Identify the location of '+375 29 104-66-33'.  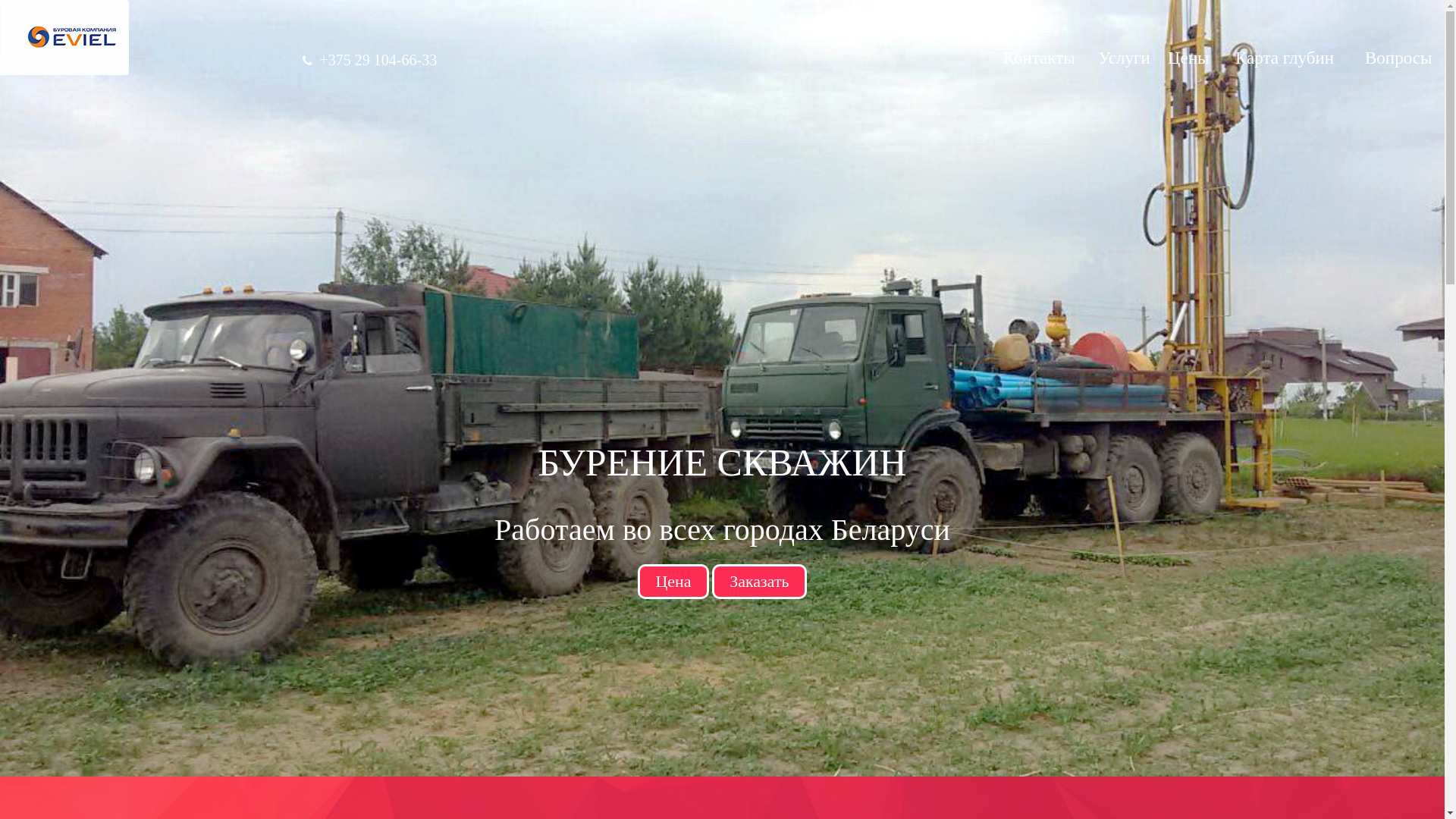
(378, 58).